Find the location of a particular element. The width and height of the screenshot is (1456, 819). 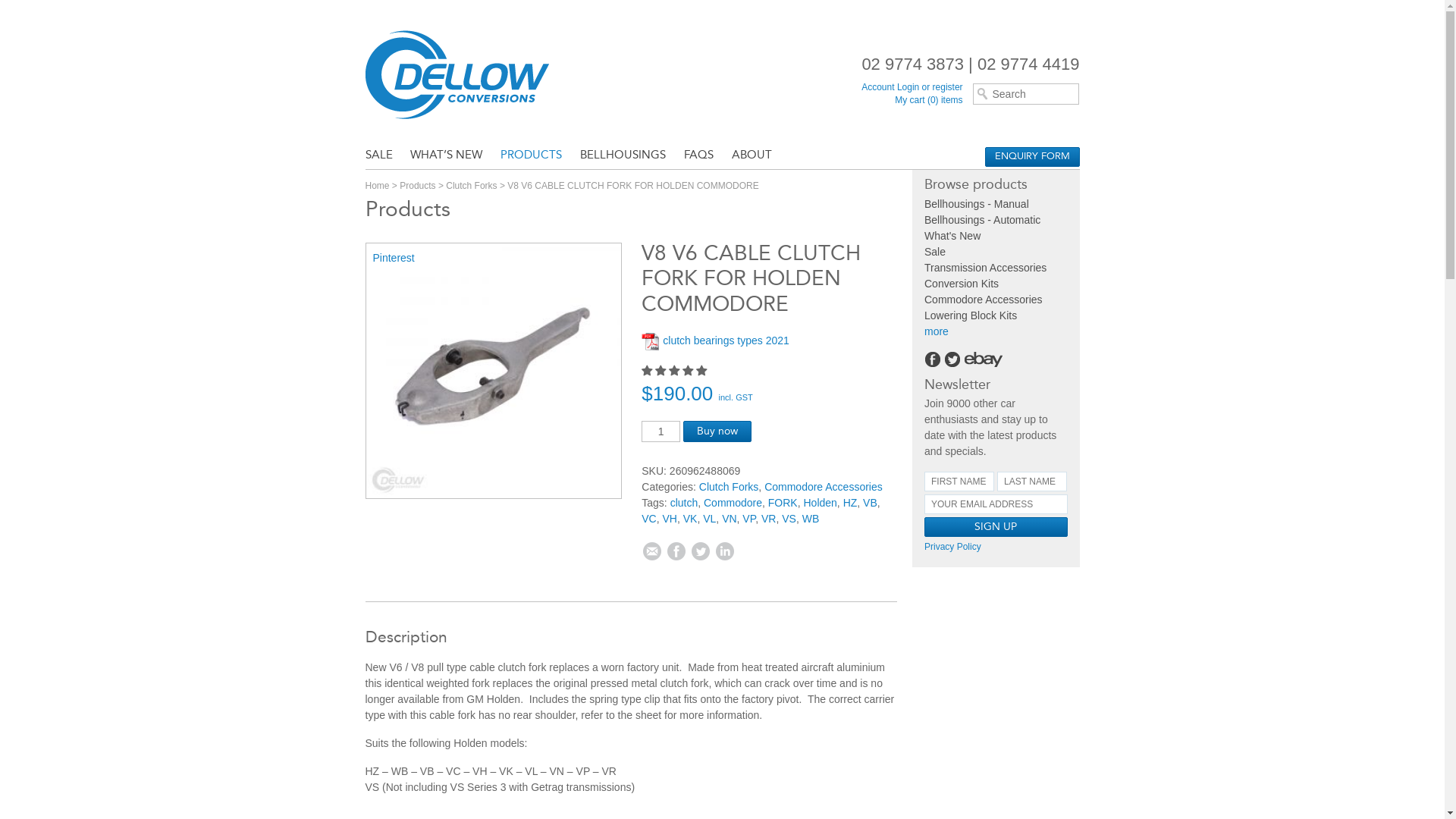

'Sign up' is located at coordinates (996, 526).